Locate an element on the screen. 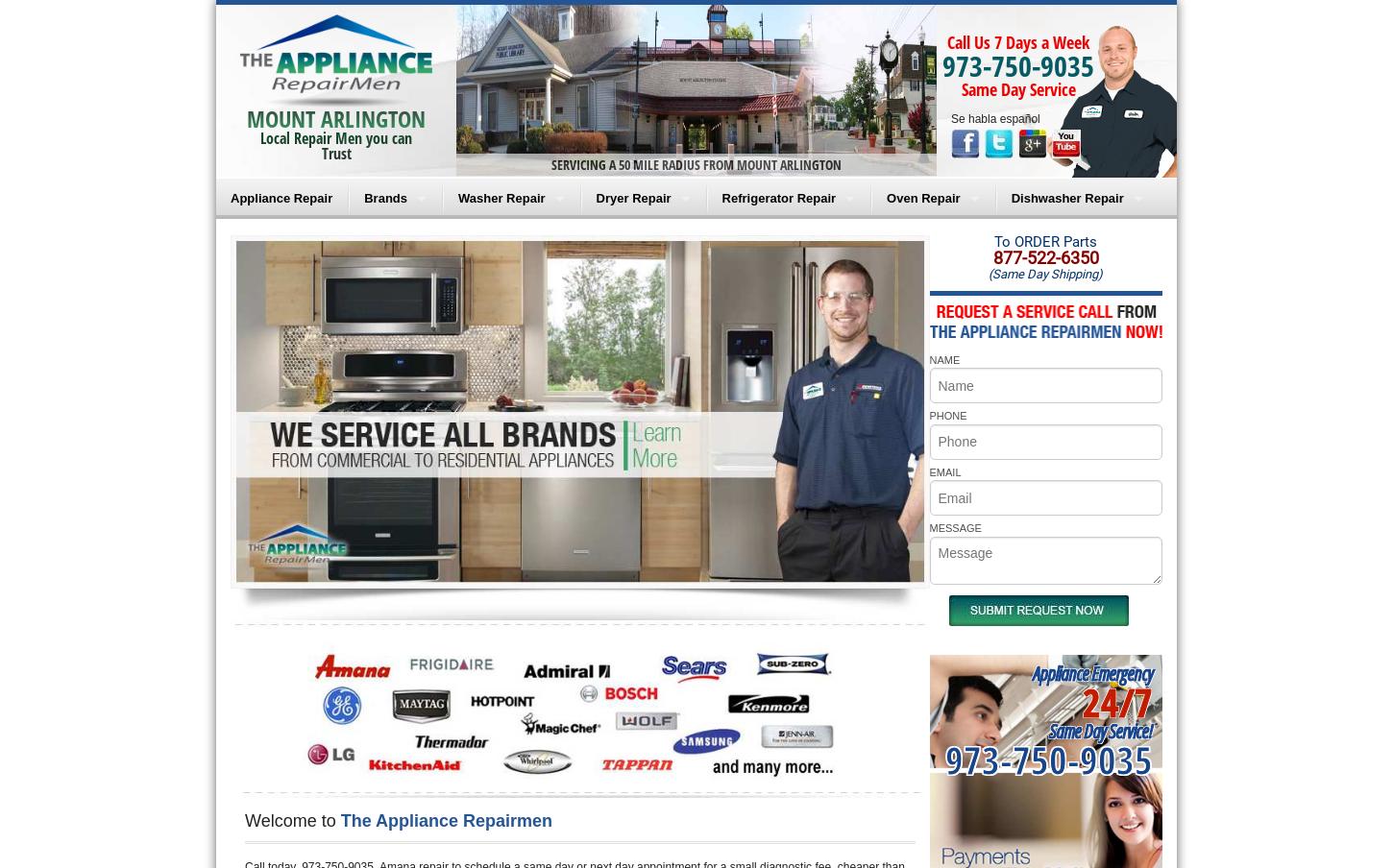 The height and width of the screenshot is (868, 1393). 'Call Us 7 Days a Week' is located at coordinates (1017, 41).